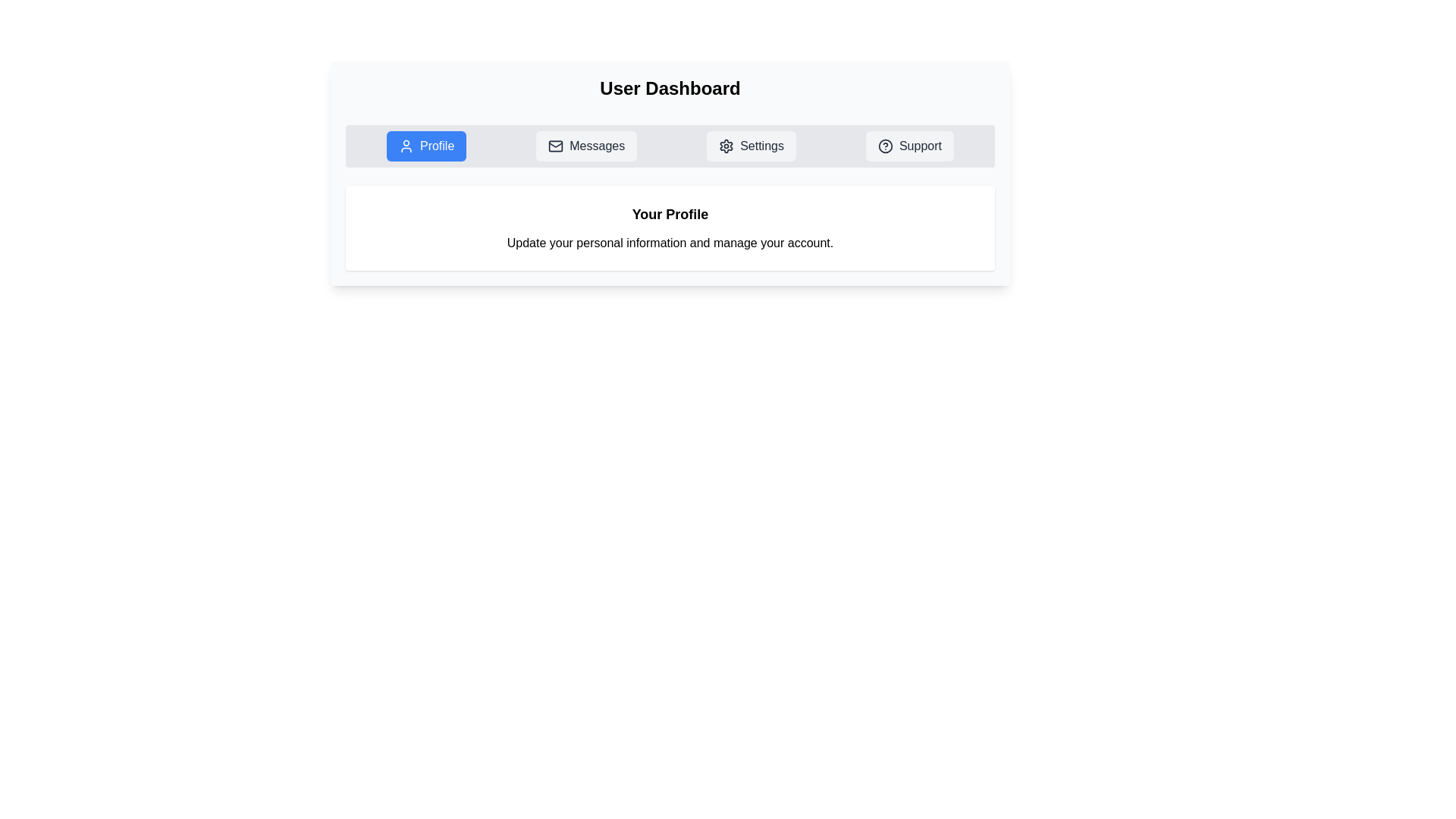  Describe the element at coordinates (726, 146) in the screenshot. I see `the gear icon in the horizontal navigation bar, which is located third from the left` at that location.